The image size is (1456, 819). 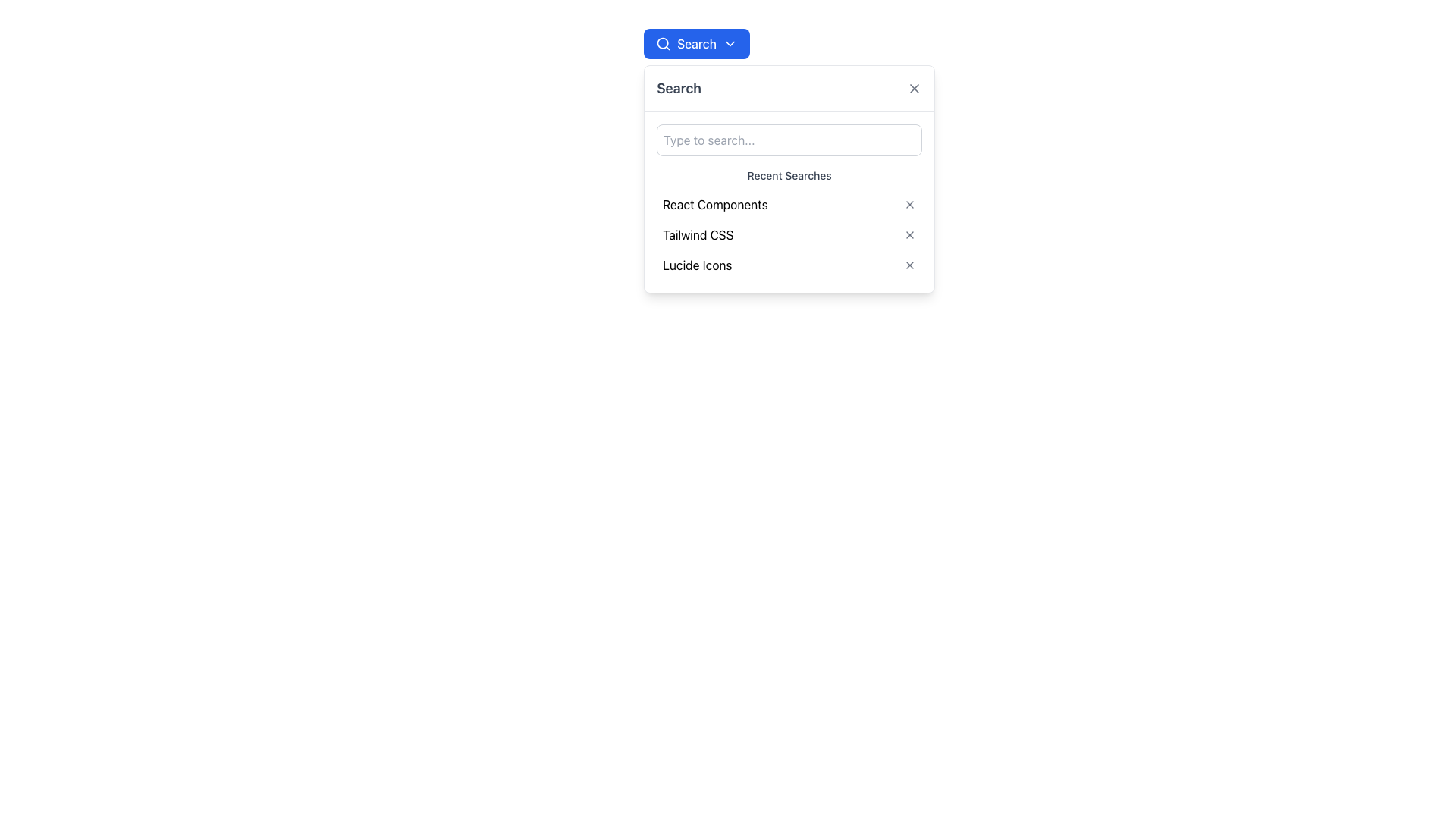 What do you see at coordinates (714, 205) in the screenshot?
I see `the text label 'React Components' in the 'Recent Searches' dropdown` at bounding box center [714, 205].